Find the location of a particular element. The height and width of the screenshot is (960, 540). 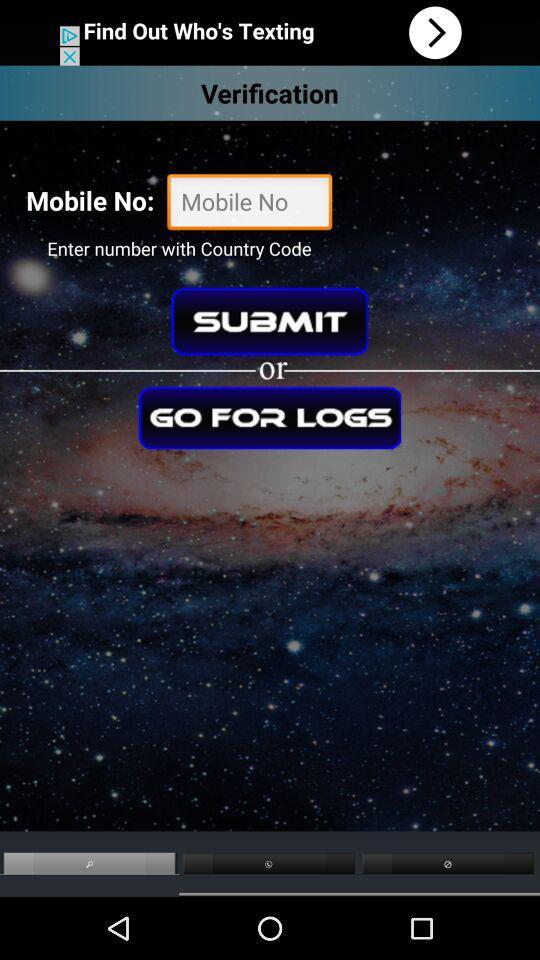

open page is located at coordinates (270, 31).